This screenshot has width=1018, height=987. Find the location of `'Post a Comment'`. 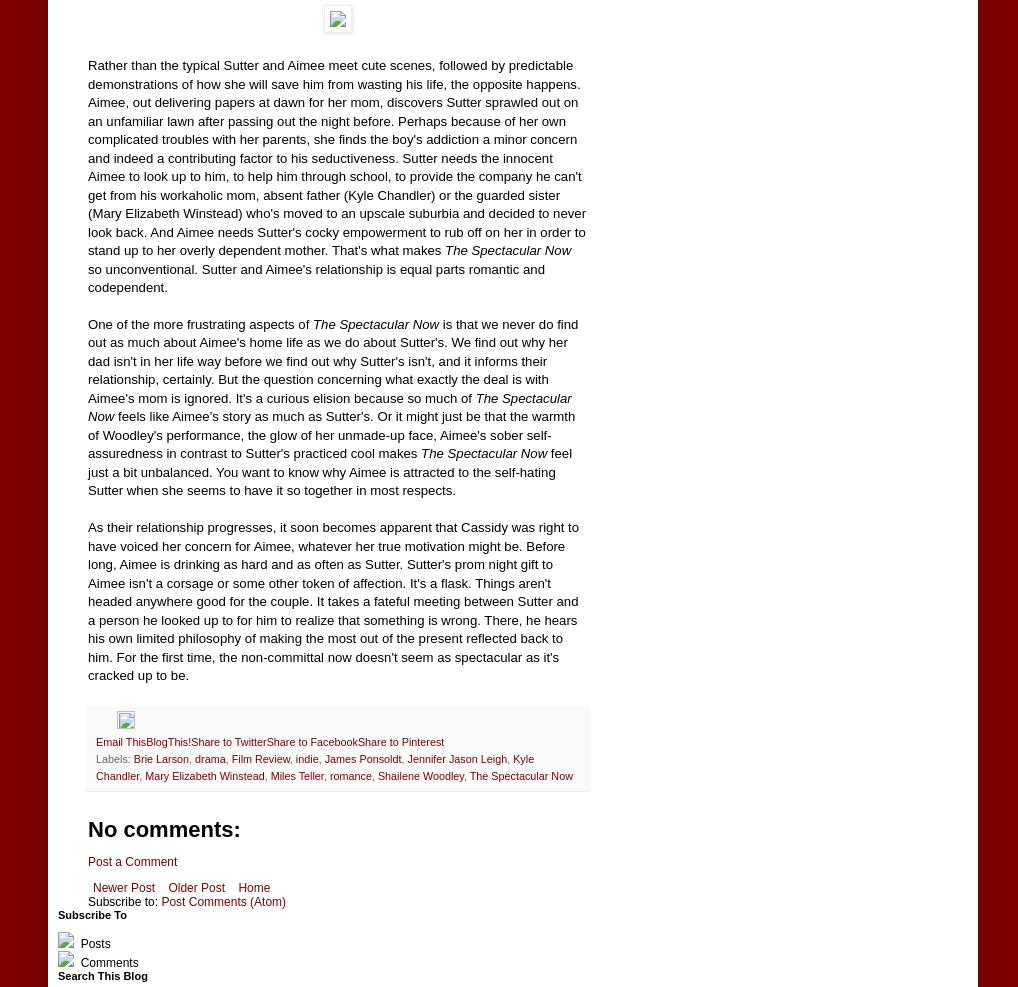

'Post a Comment' is located at coordinates (131, 859).